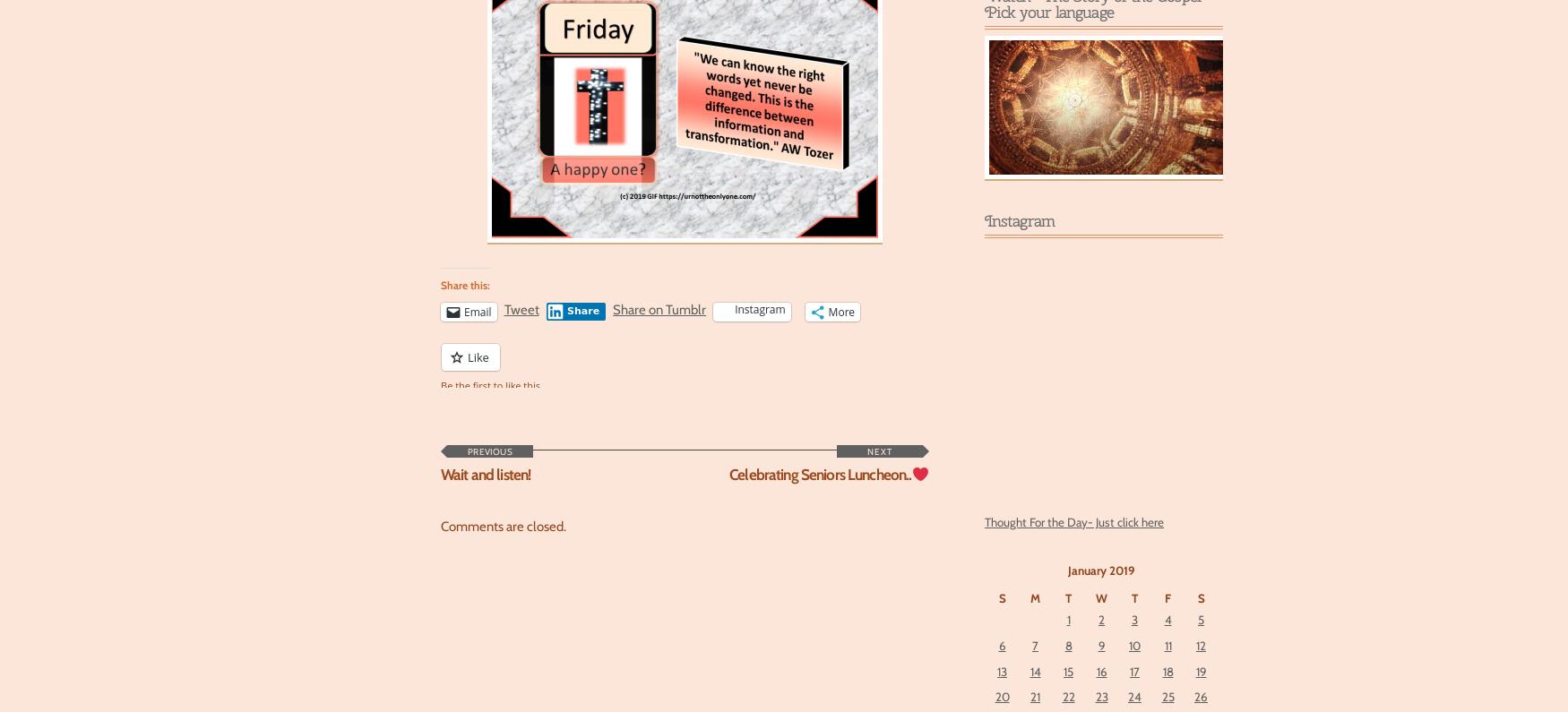 This screenshot has width=1568, height=712. I want to click on 'Share on Tumblr', so click(659, 309).